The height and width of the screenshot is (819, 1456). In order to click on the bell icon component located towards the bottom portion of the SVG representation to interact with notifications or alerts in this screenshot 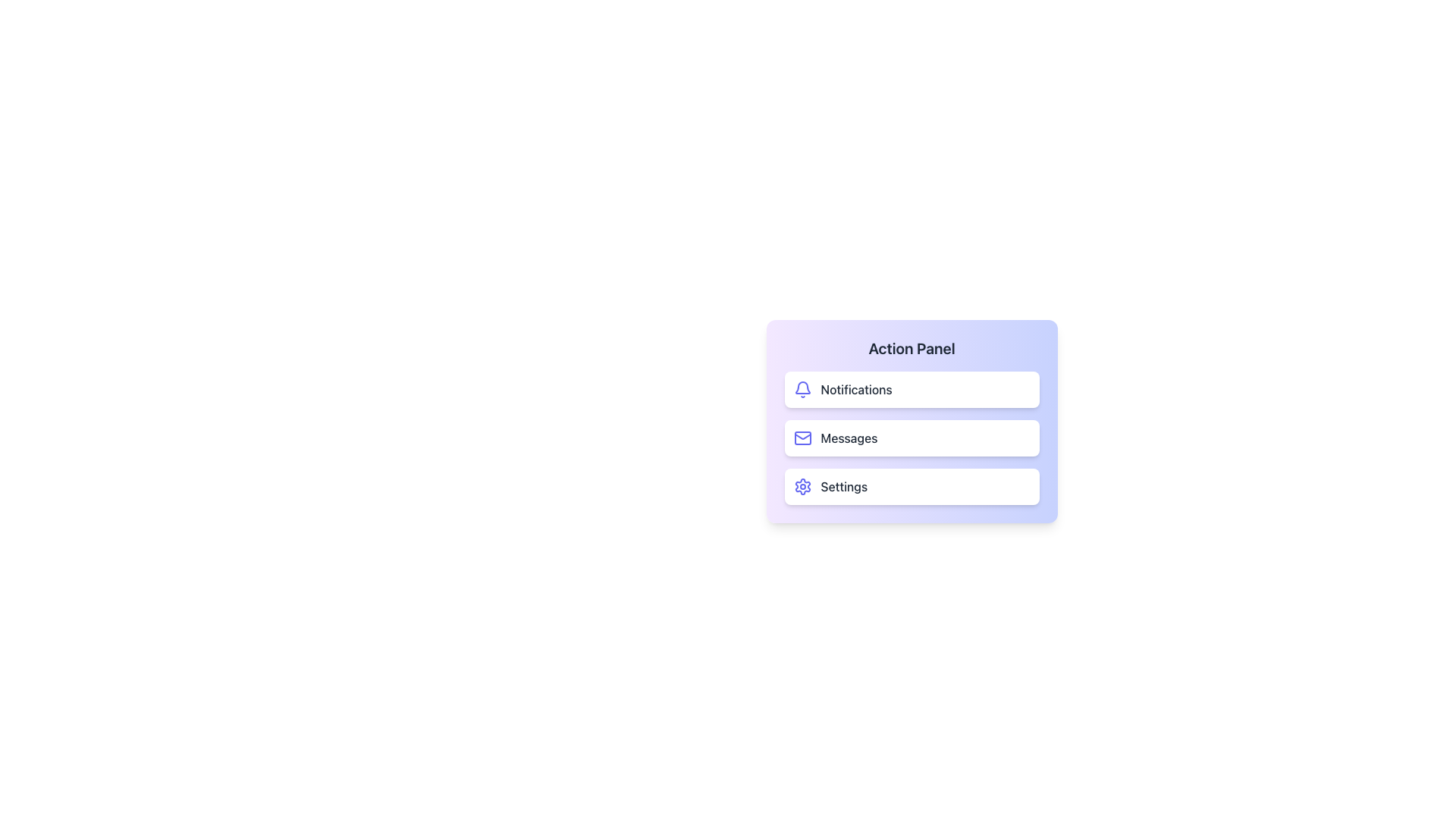, I will do `click(801, 386)`.